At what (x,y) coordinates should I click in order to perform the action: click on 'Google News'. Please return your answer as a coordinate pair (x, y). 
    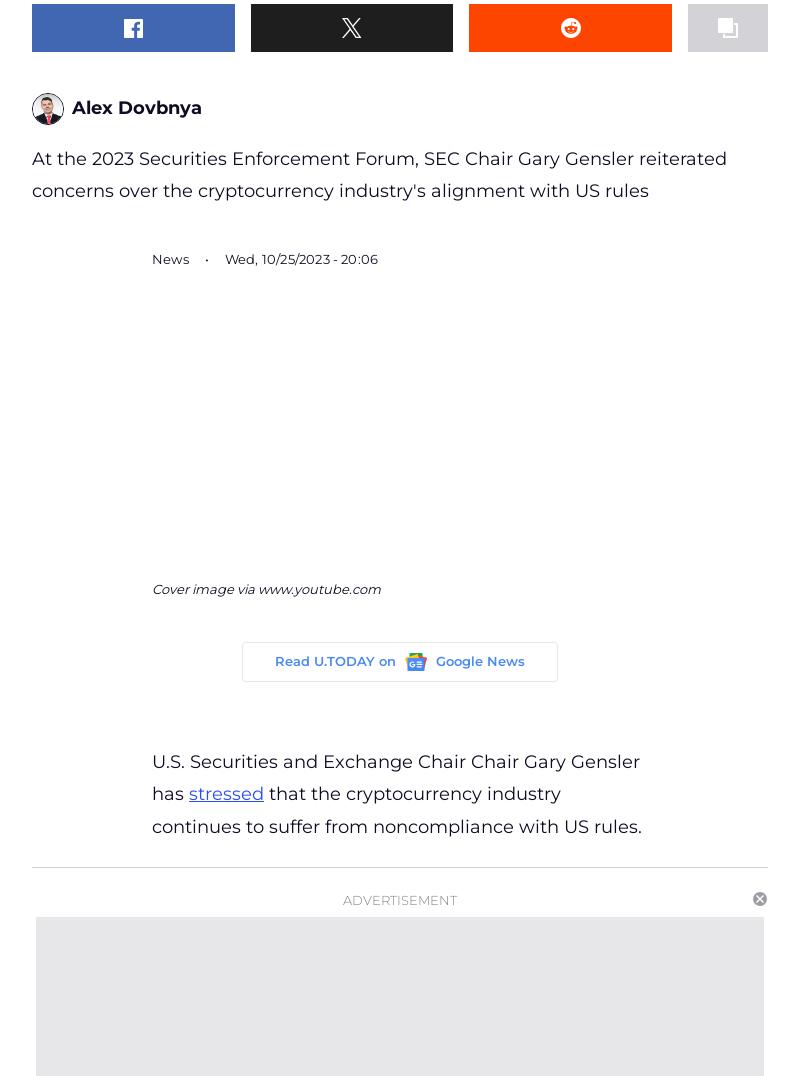
    Looking at the image, I should click on (480, 659).